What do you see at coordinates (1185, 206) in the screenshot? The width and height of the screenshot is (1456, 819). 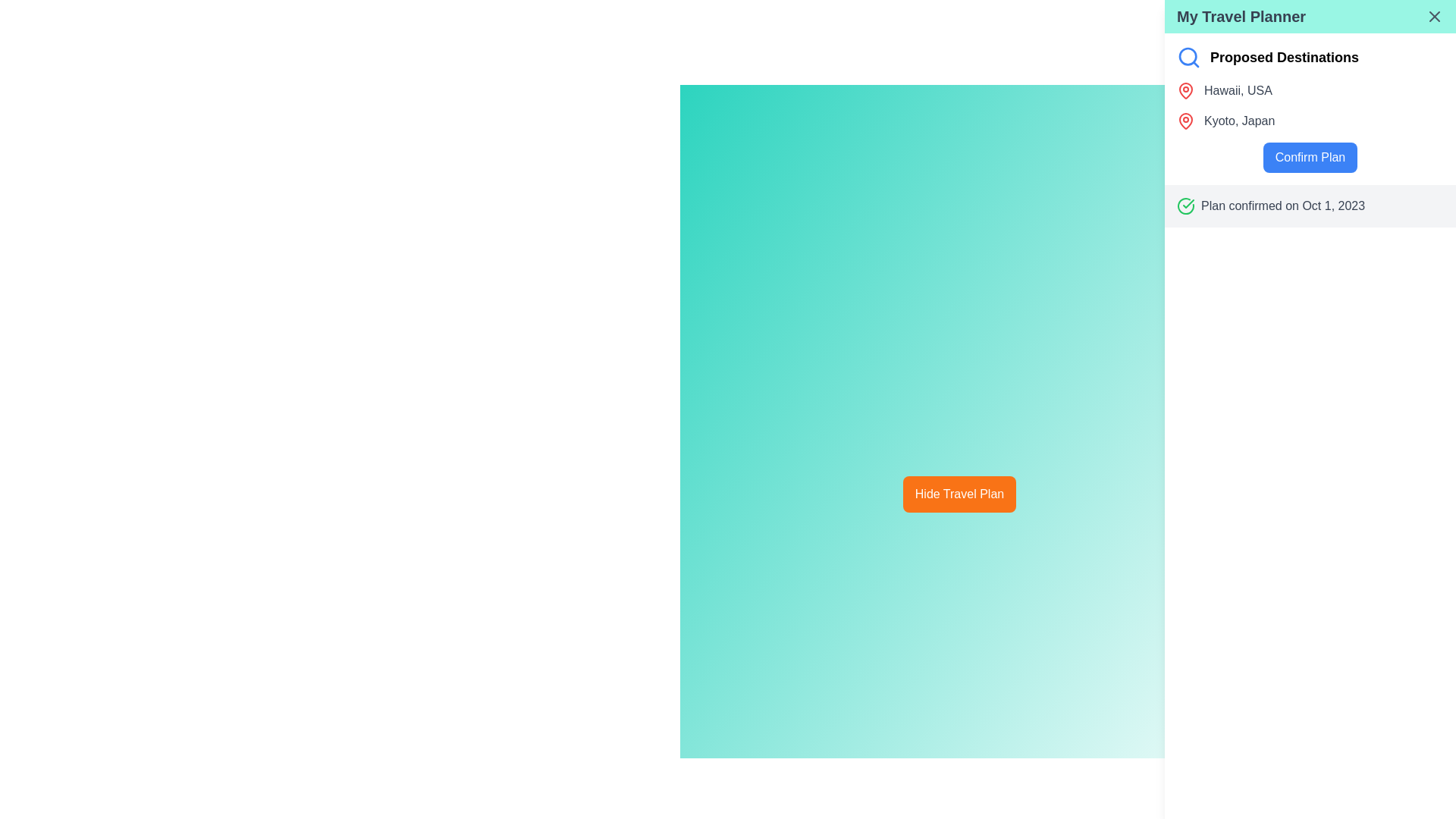 I see `the confirmation success icon located in the sidebar next to the text 'Plan confirmed on Oct 1, 2023'` at bounding box center [1185, 206].